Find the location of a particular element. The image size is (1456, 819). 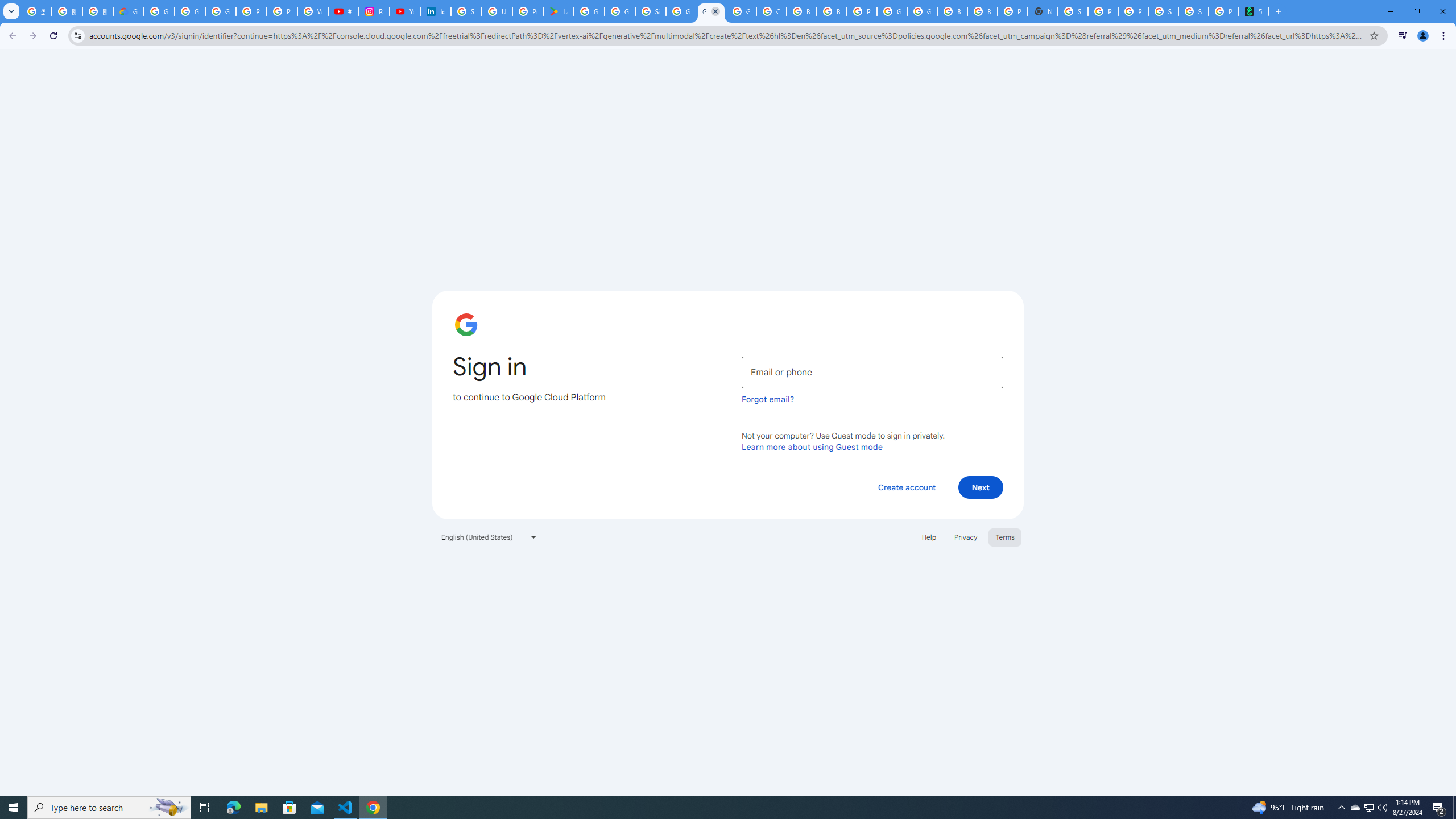

'Forgot email?' is located at coordinates (767, 399).